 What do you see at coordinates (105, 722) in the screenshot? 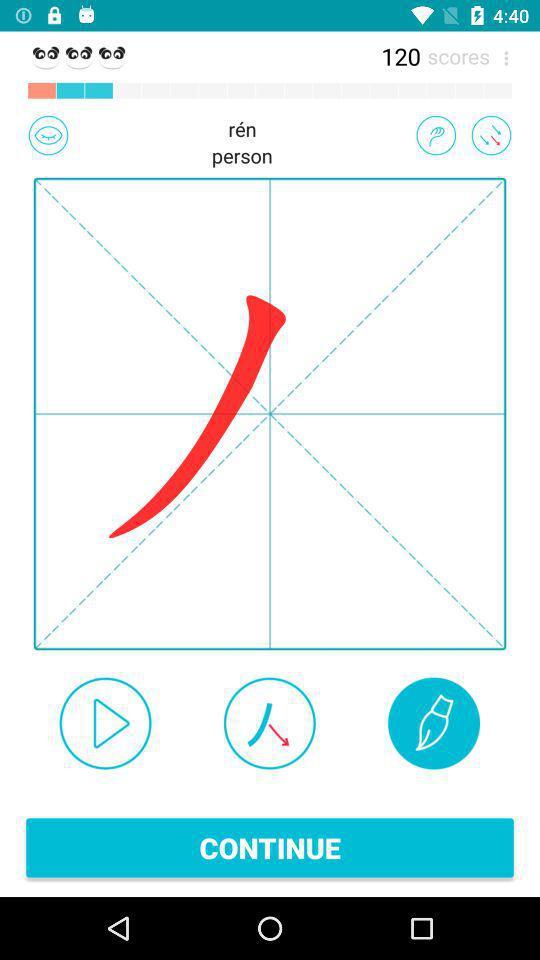
I see `button` at bounding box center [105, 722].